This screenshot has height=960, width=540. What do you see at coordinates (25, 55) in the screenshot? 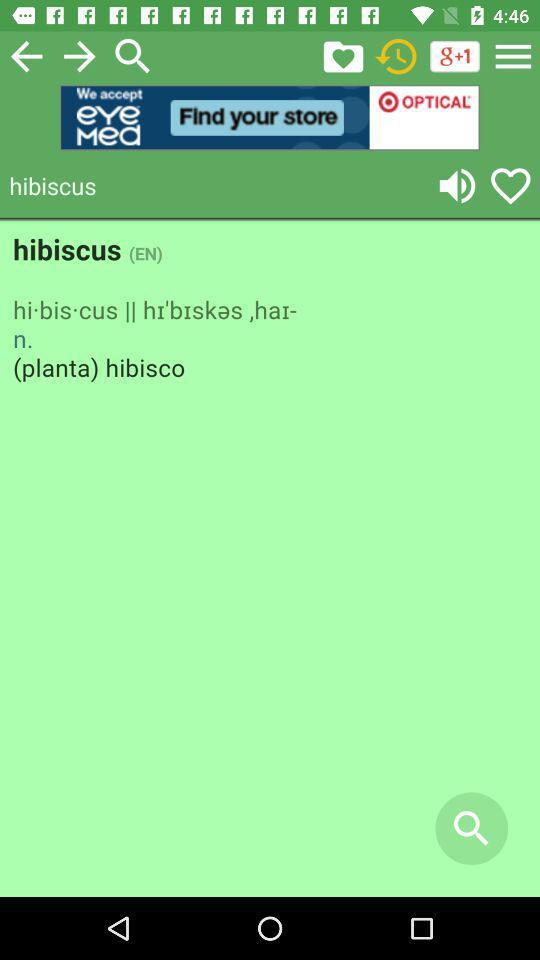
I see `go back` at bounding box center [25, 55].